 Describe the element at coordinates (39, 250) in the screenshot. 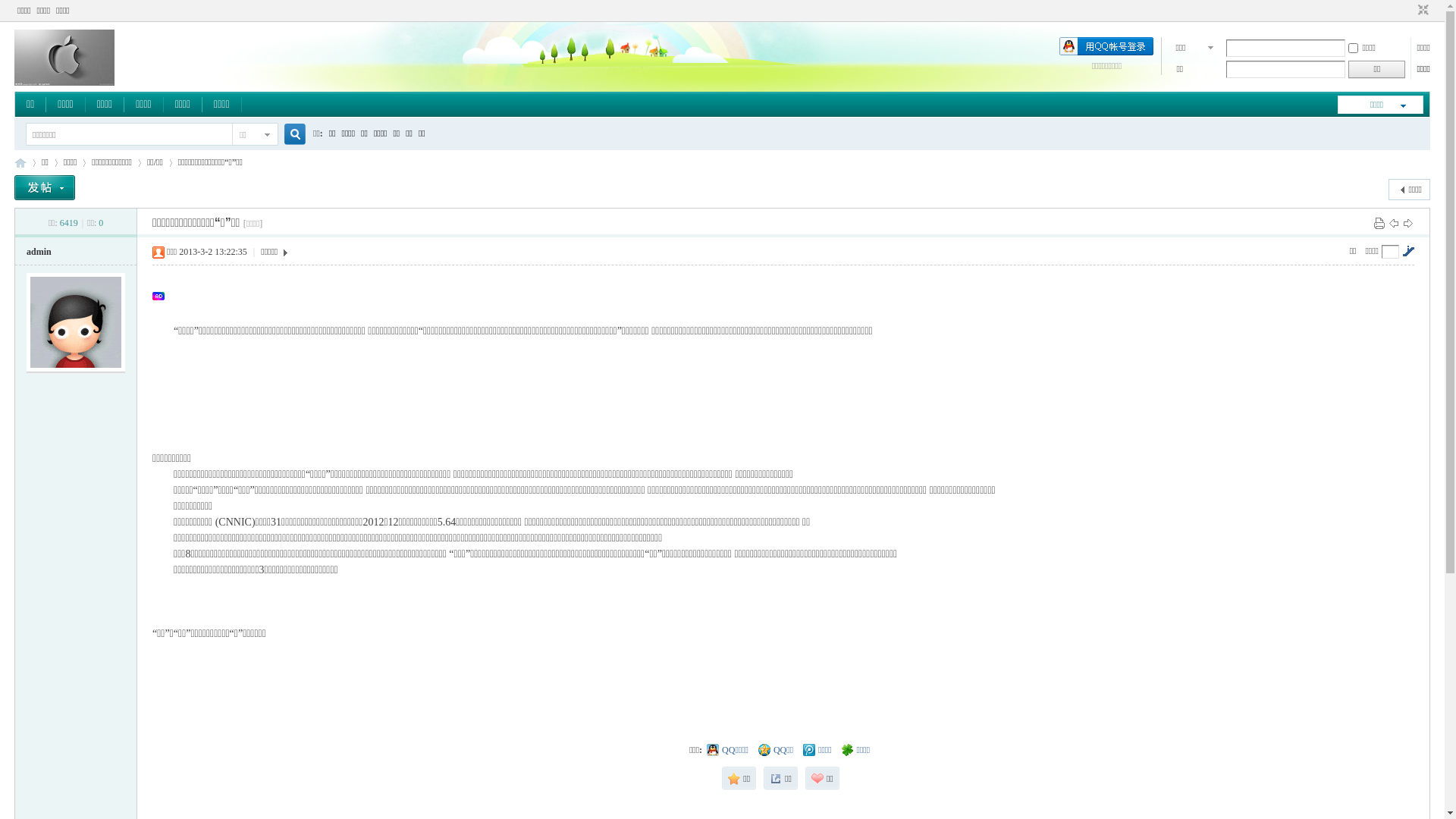

I see `'admin'` at that location.